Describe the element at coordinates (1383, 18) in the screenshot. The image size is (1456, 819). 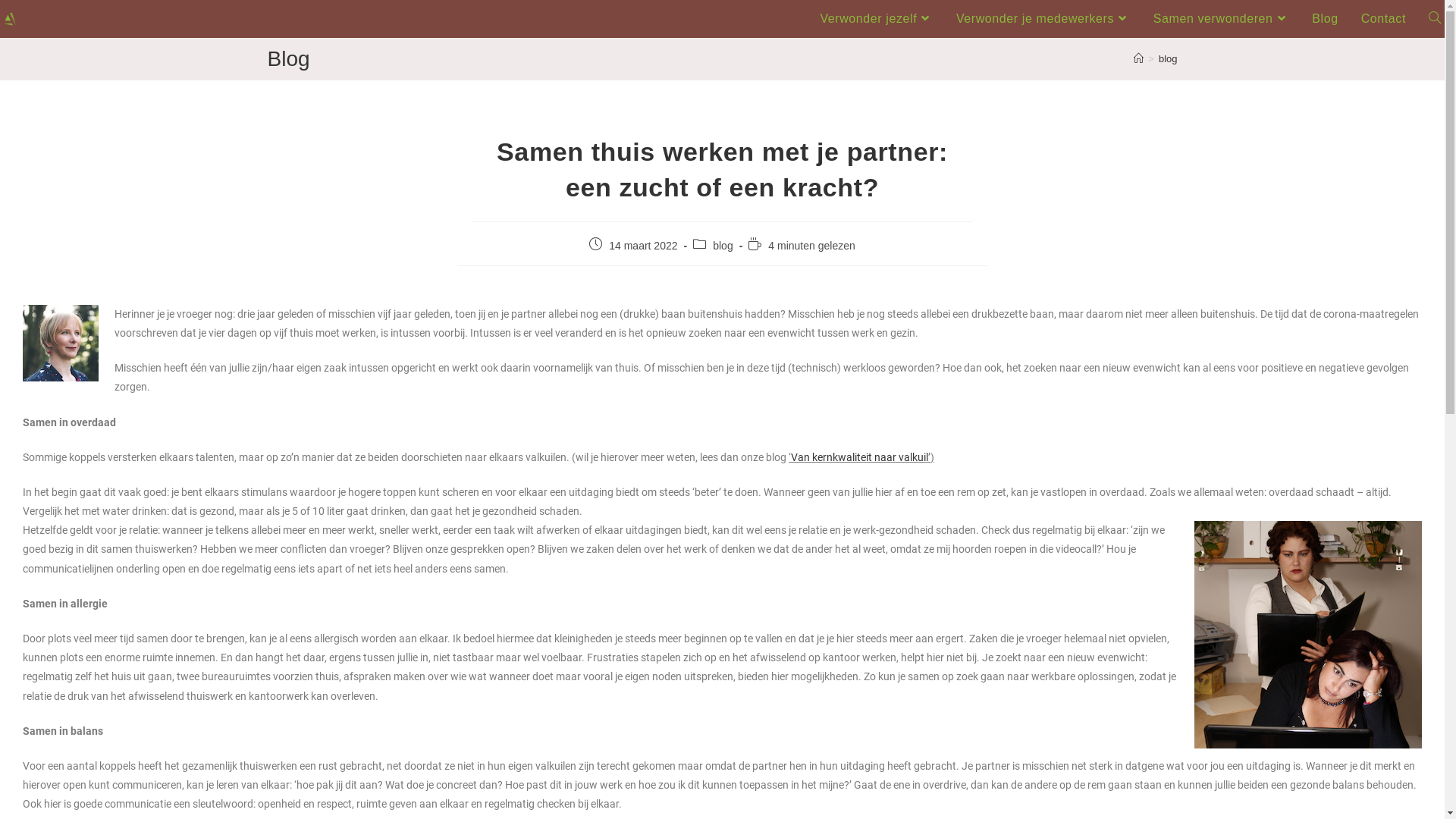
I see `'Contact'` at that location.